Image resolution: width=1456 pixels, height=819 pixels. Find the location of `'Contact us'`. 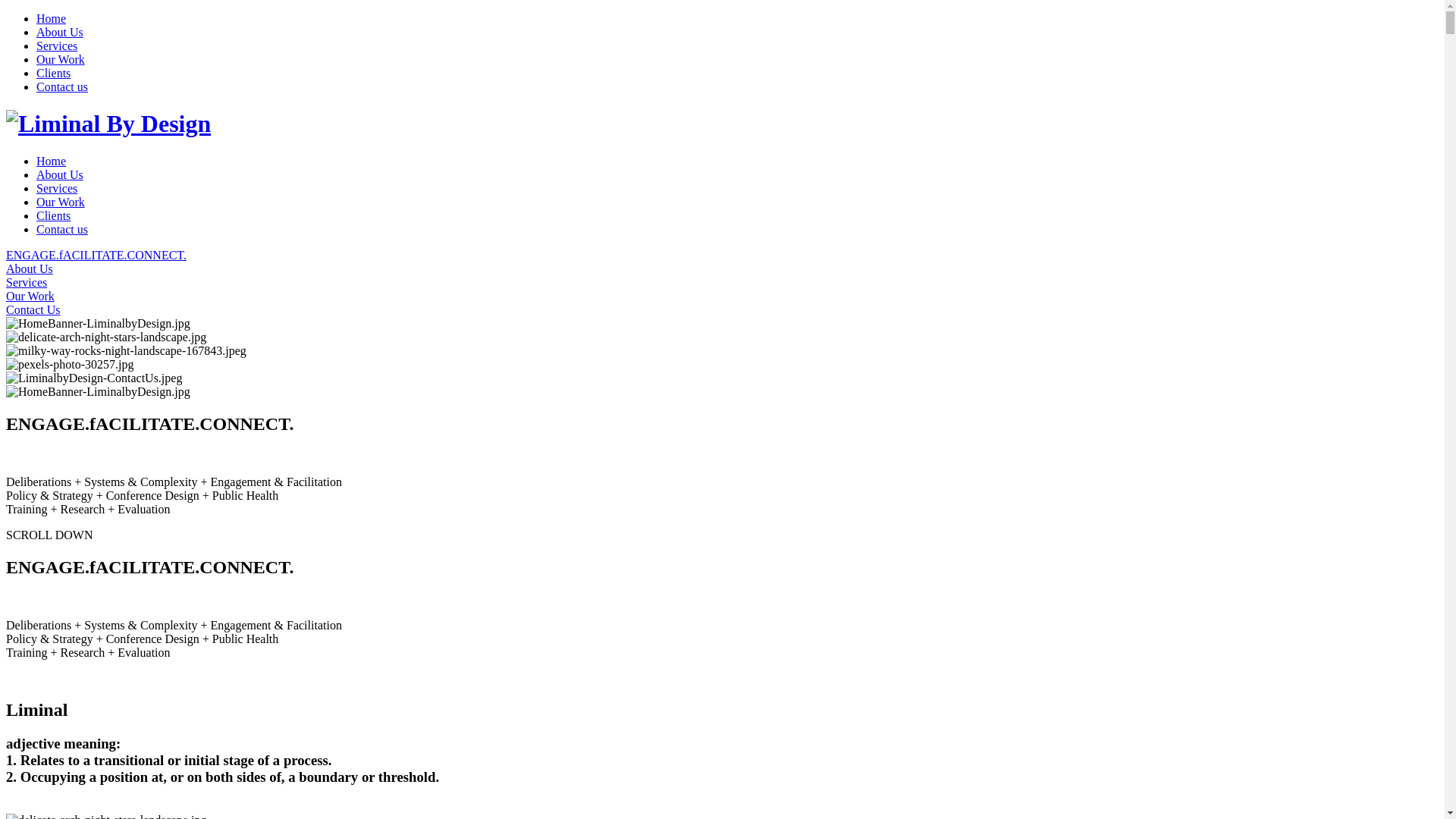

'Contact us' is located at coordinates (61, 229).